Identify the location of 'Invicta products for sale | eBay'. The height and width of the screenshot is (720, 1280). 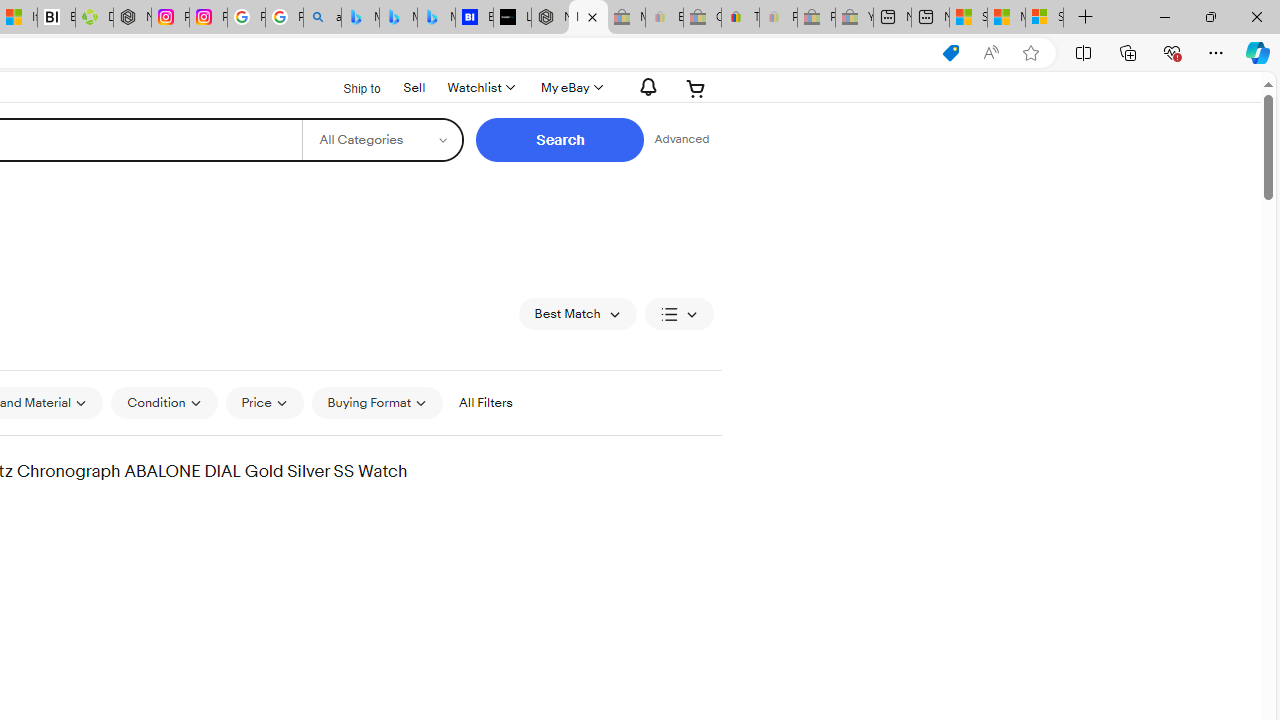
(587, 17).